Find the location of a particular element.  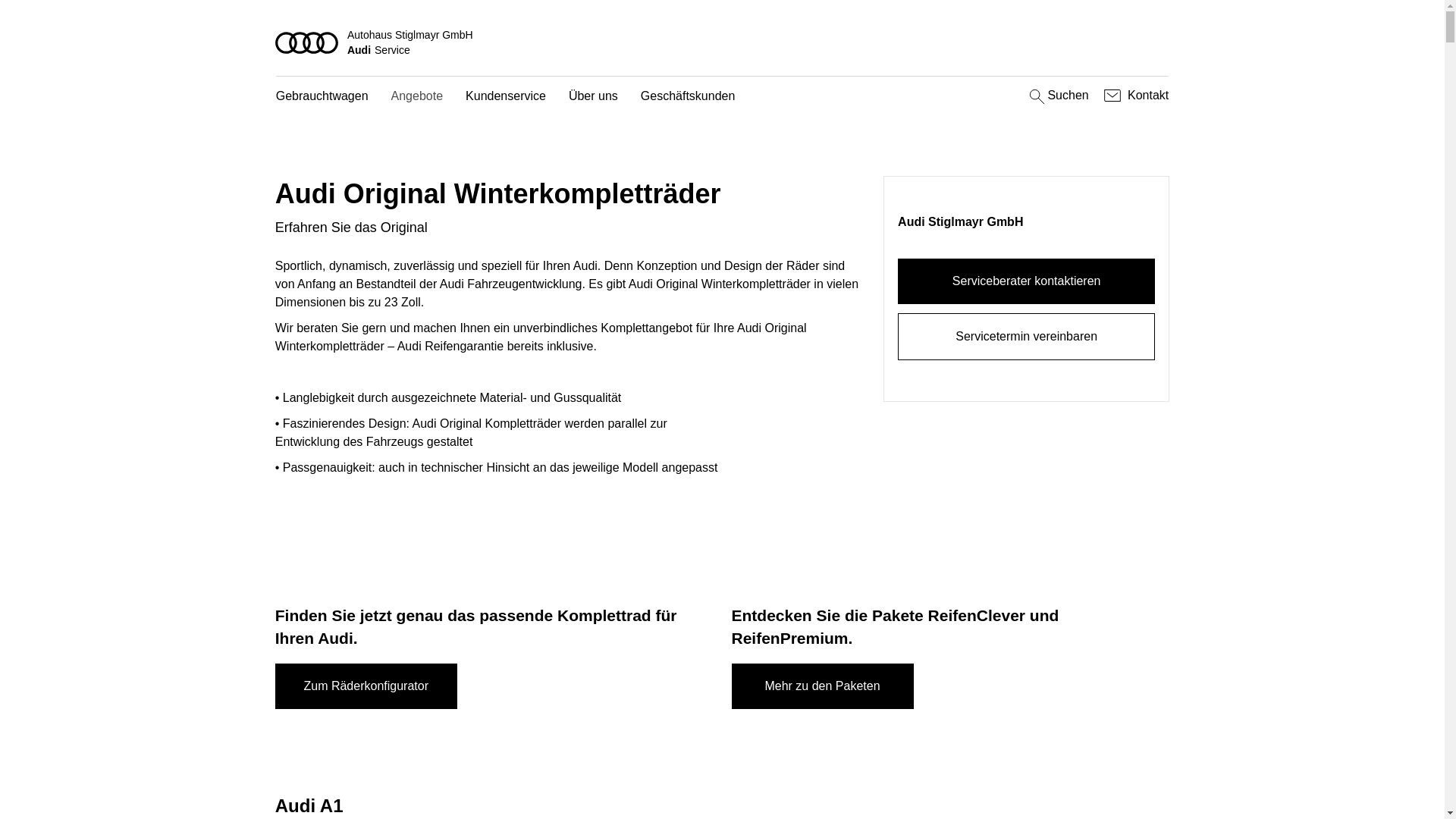

'Mehr zu den Paketen' is located at coordinates (821, 686).